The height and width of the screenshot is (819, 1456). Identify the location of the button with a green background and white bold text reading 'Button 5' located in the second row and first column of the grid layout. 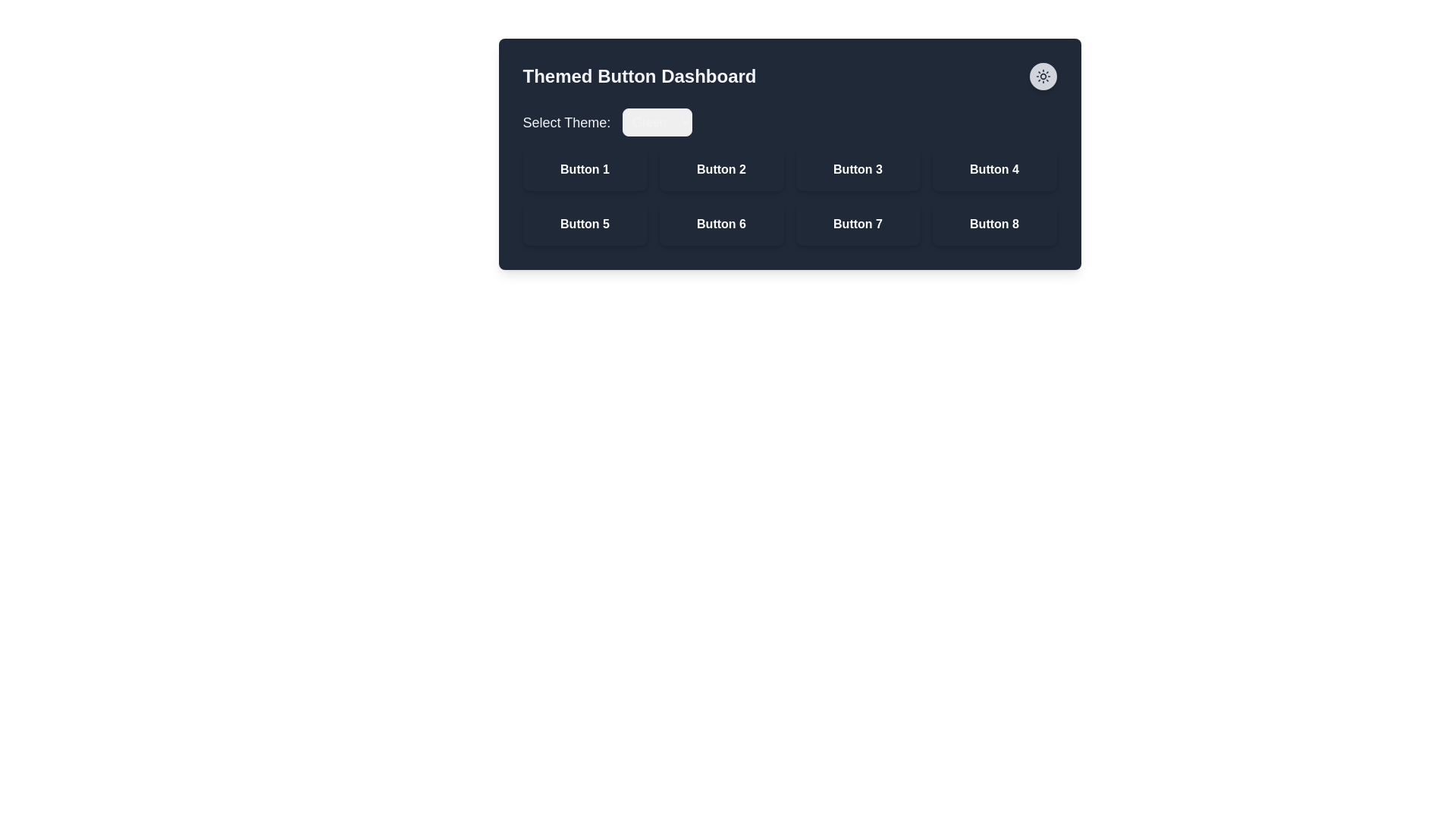
(584, 224).